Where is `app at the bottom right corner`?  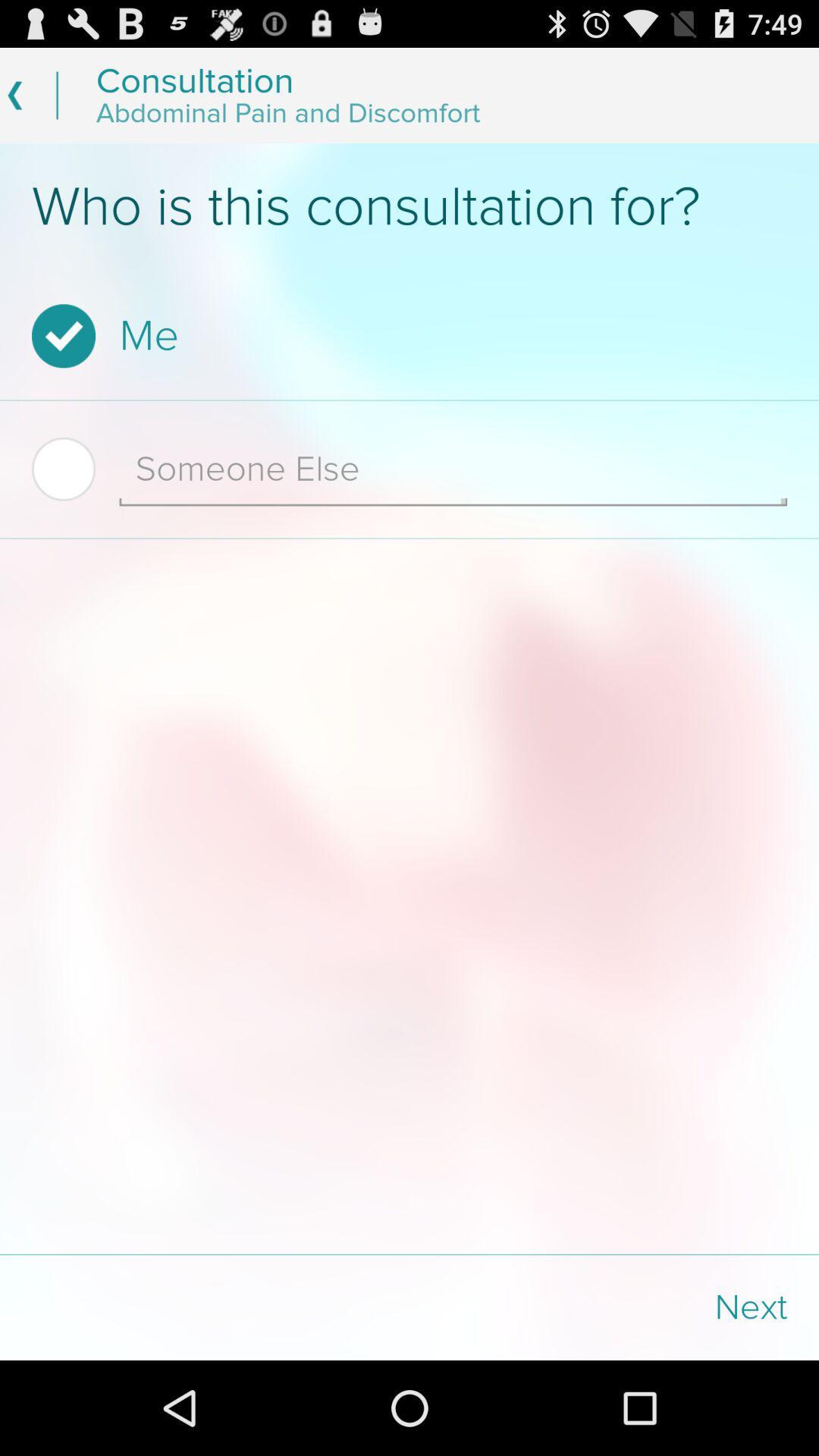
app at the bottom right corner is located at coordinates (614, 1307).